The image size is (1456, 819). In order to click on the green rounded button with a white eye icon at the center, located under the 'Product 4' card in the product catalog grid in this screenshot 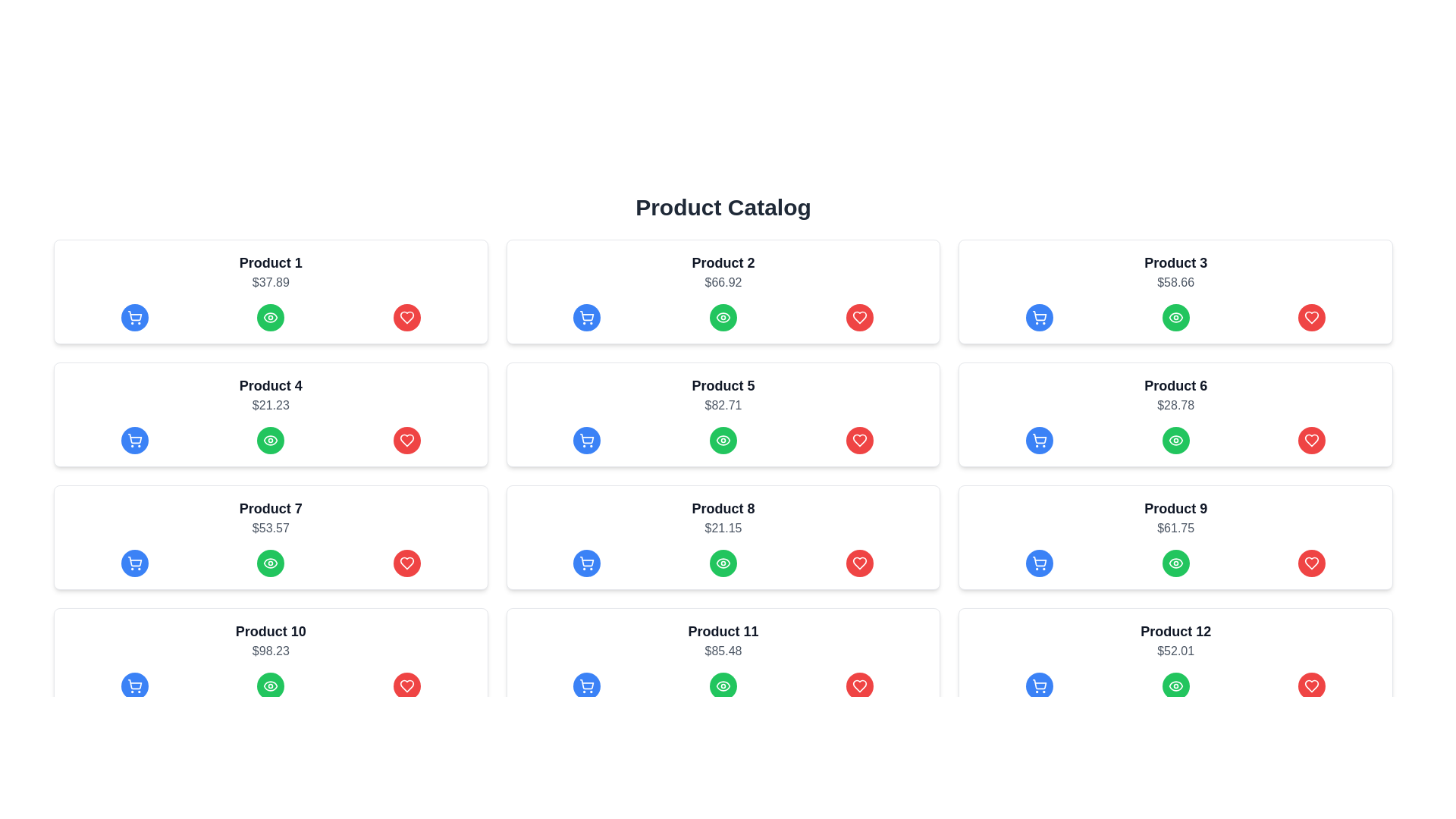, I will do `click(271, 317)`.